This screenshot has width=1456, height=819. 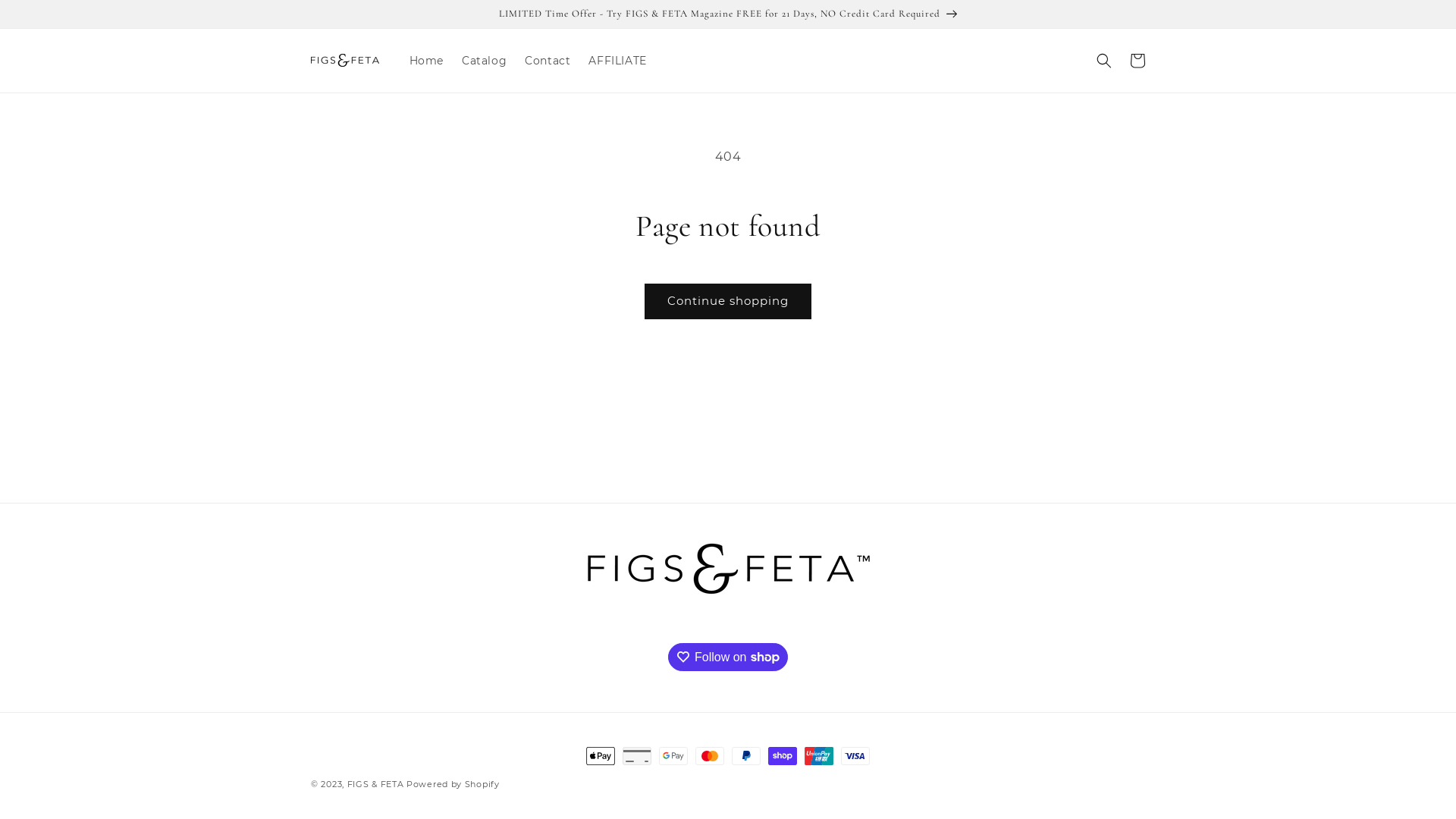 I want to click on 'Home', so click(x=425, y=60).